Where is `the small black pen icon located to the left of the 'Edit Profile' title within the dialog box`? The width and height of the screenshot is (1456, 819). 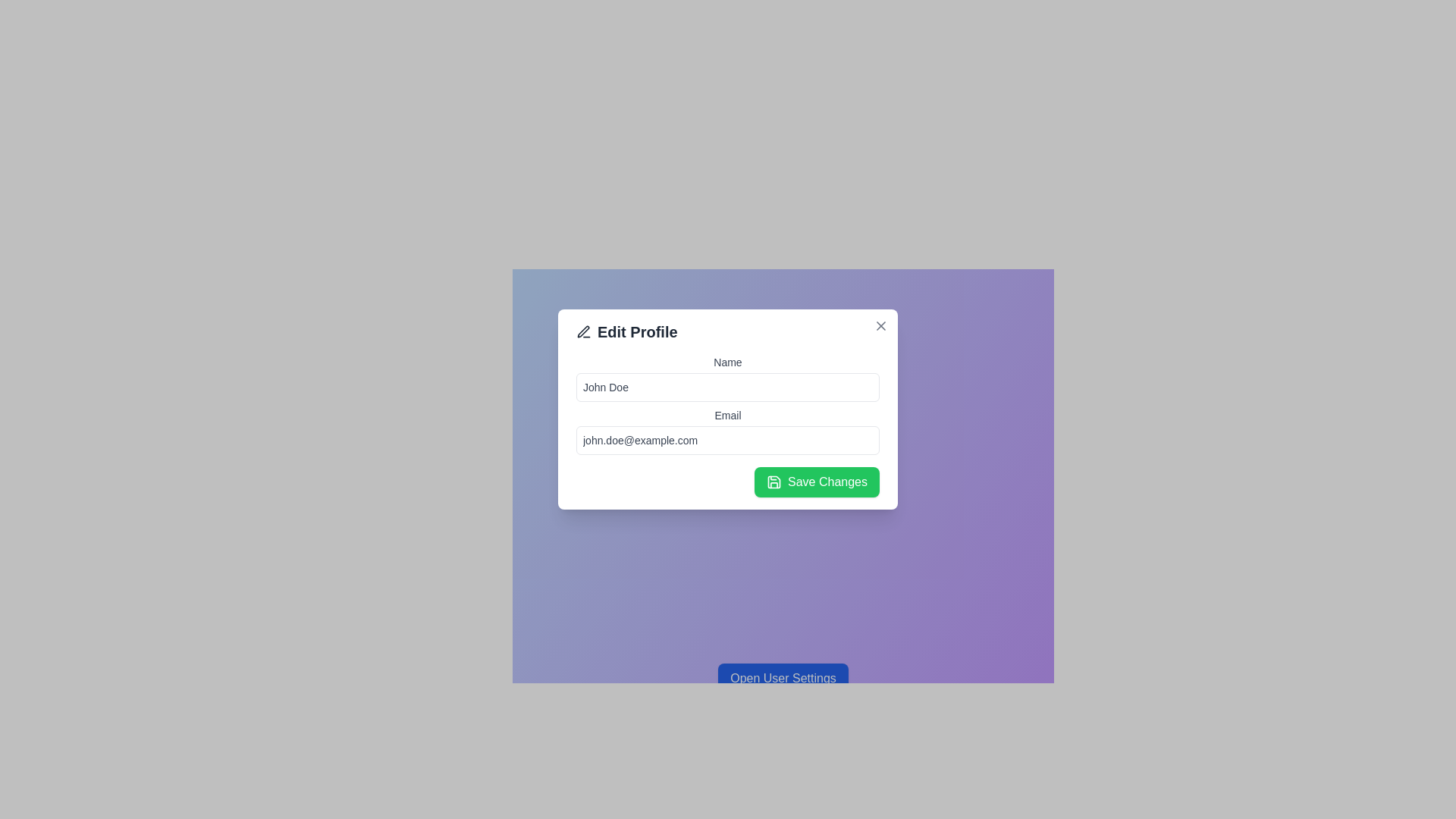
the small black pen icon located to the left of the 'Edit Profile' title within the dialog box is located at coordinates (582, 331).